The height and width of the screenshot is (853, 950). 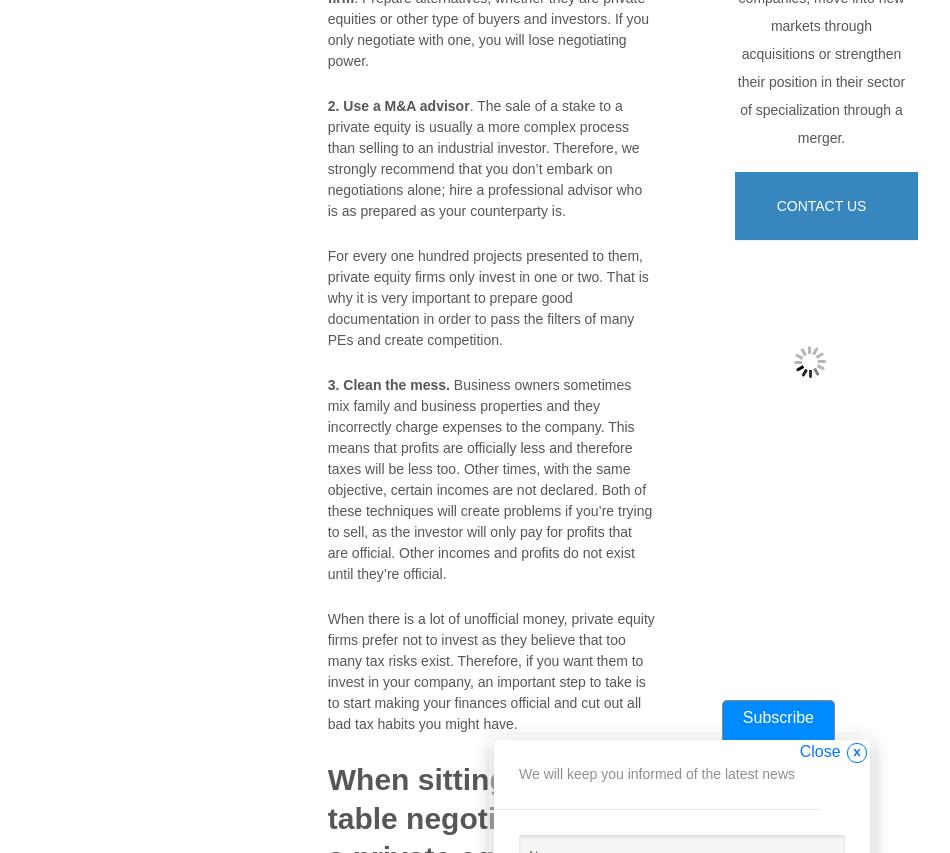 I want to click on 'Subscribe', so click(x=776, y=717).